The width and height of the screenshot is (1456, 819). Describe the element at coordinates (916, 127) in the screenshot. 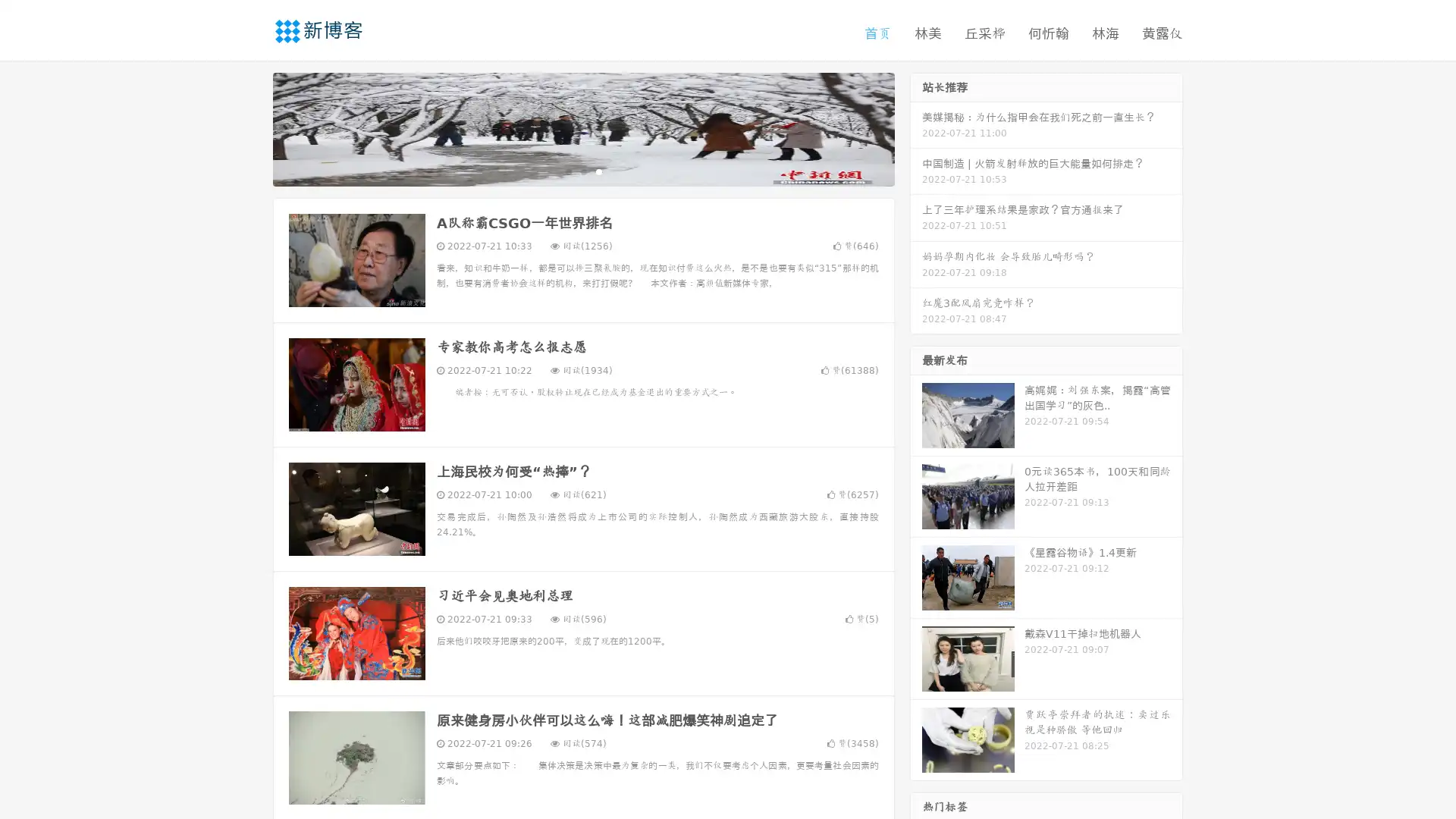

I see `Next slide` at that location.